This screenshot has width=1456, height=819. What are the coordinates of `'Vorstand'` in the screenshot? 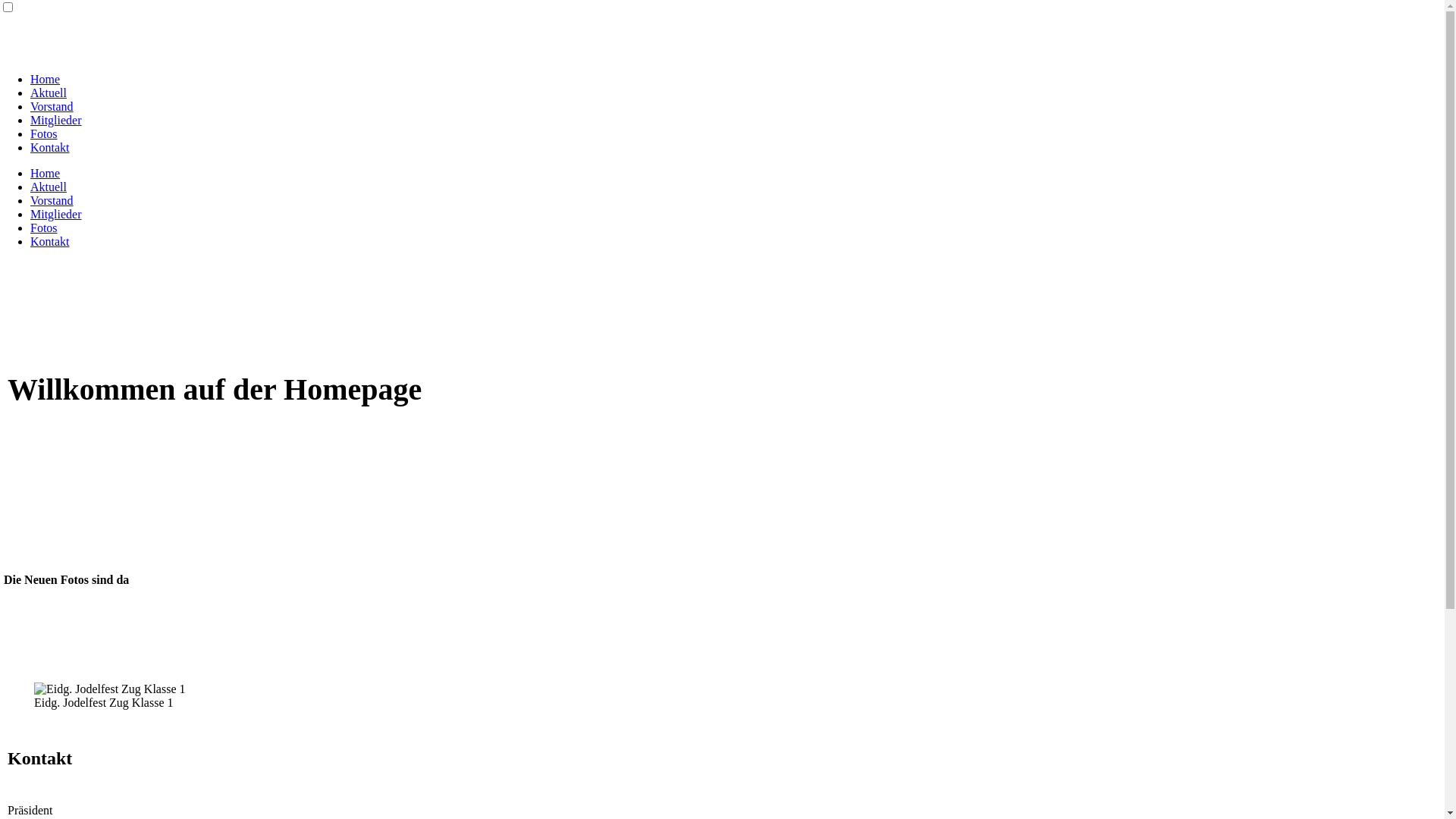 It's located at (30, 199).